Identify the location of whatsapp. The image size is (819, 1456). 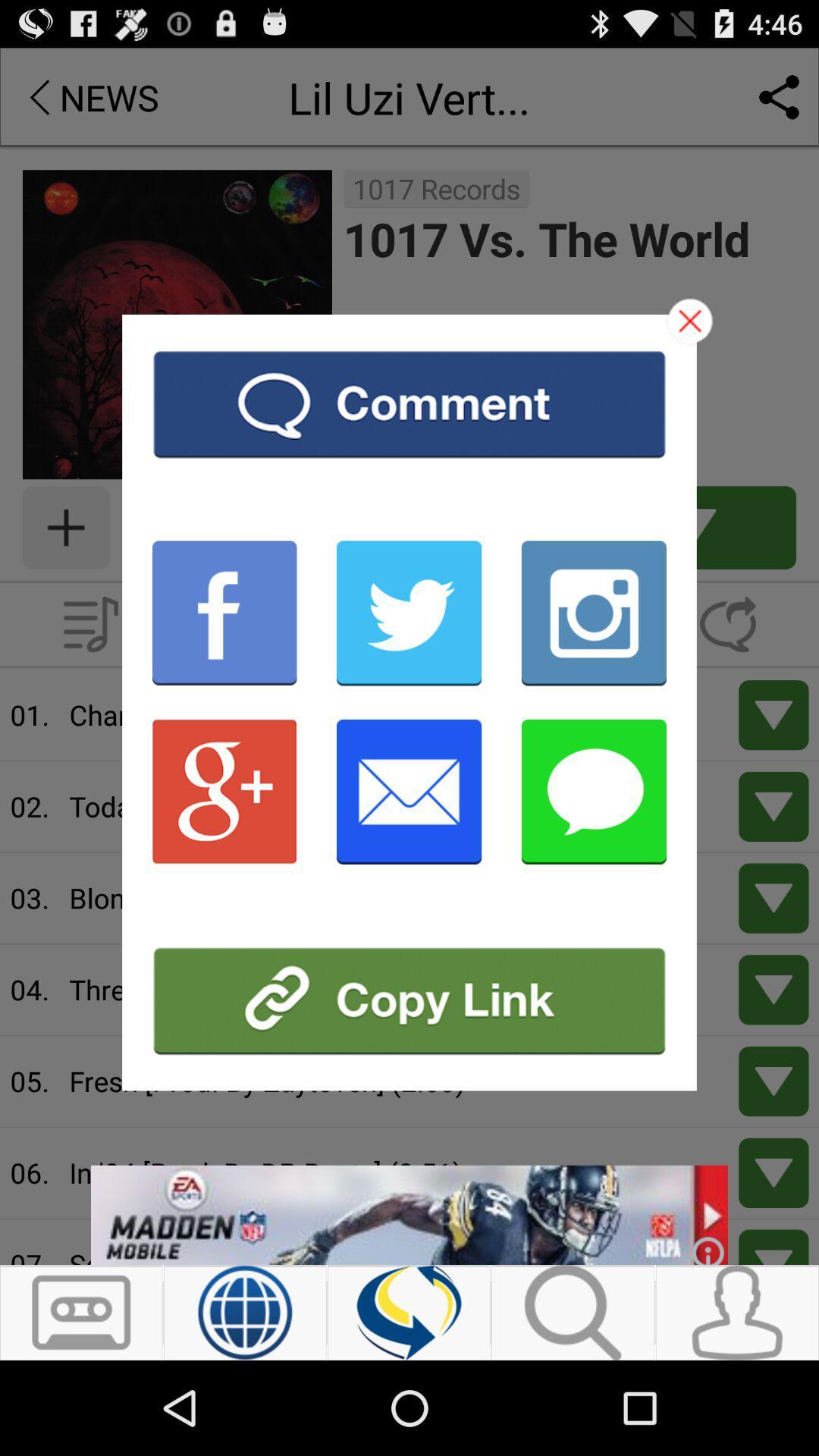
(593, 790).